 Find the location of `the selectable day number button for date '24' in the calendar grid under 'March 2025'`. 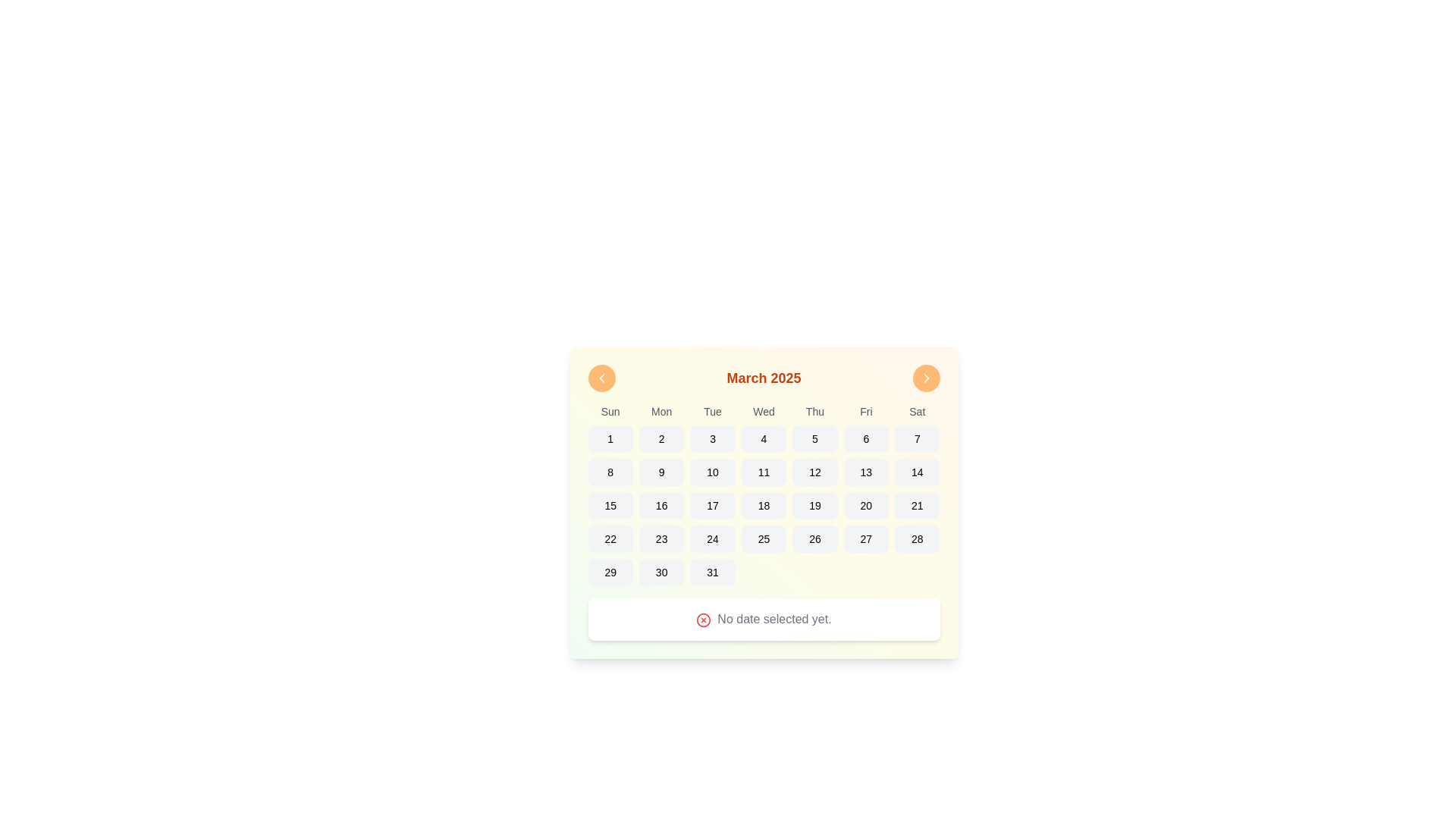

the selectable day number button for date '24' in the calendar grid under 'March 2025' is located at coordinates (712, 538).